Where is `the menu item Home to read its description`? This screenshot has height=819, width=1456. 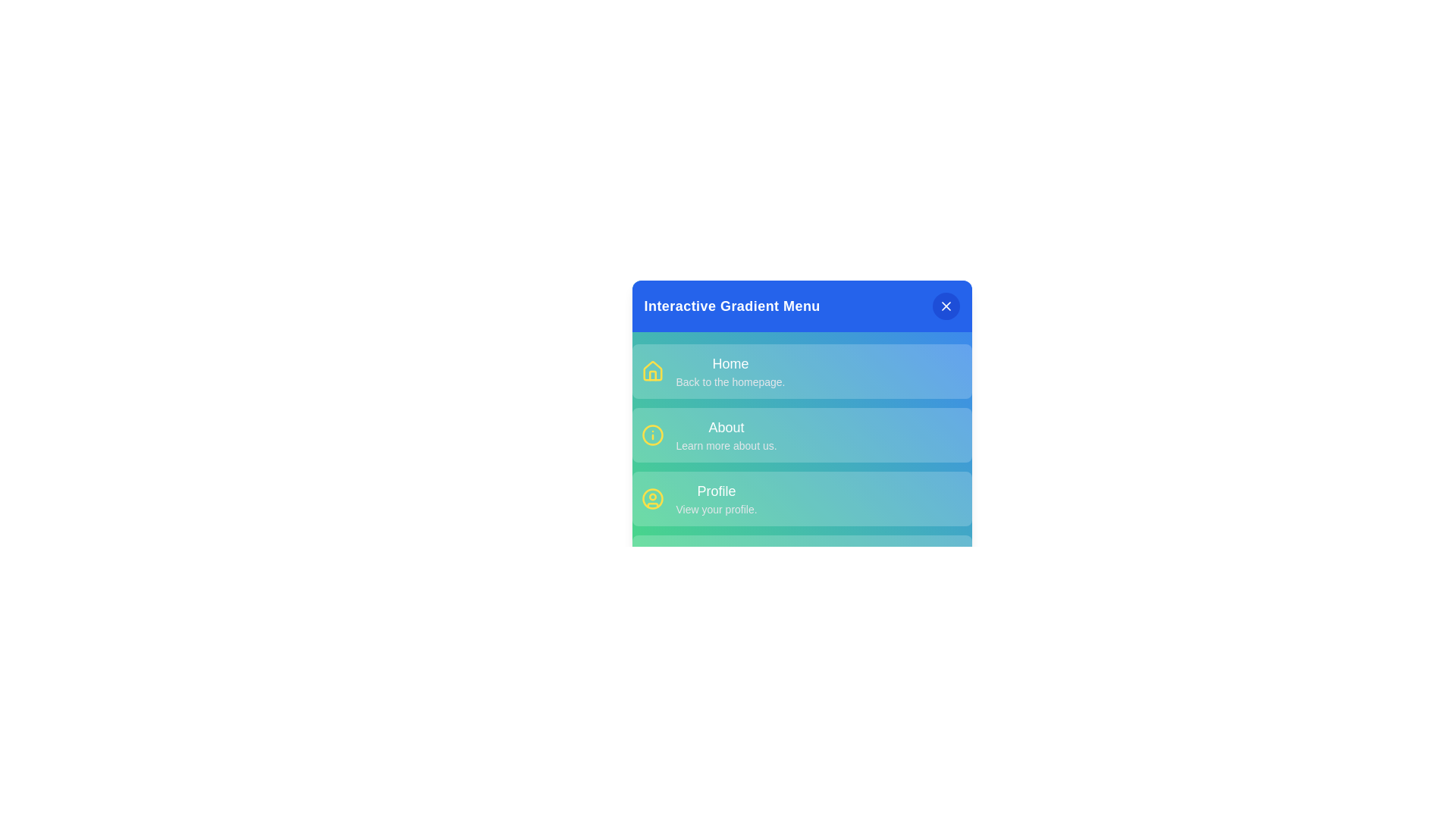 the menu item Home to read its description is located at coordinates (730, 363).